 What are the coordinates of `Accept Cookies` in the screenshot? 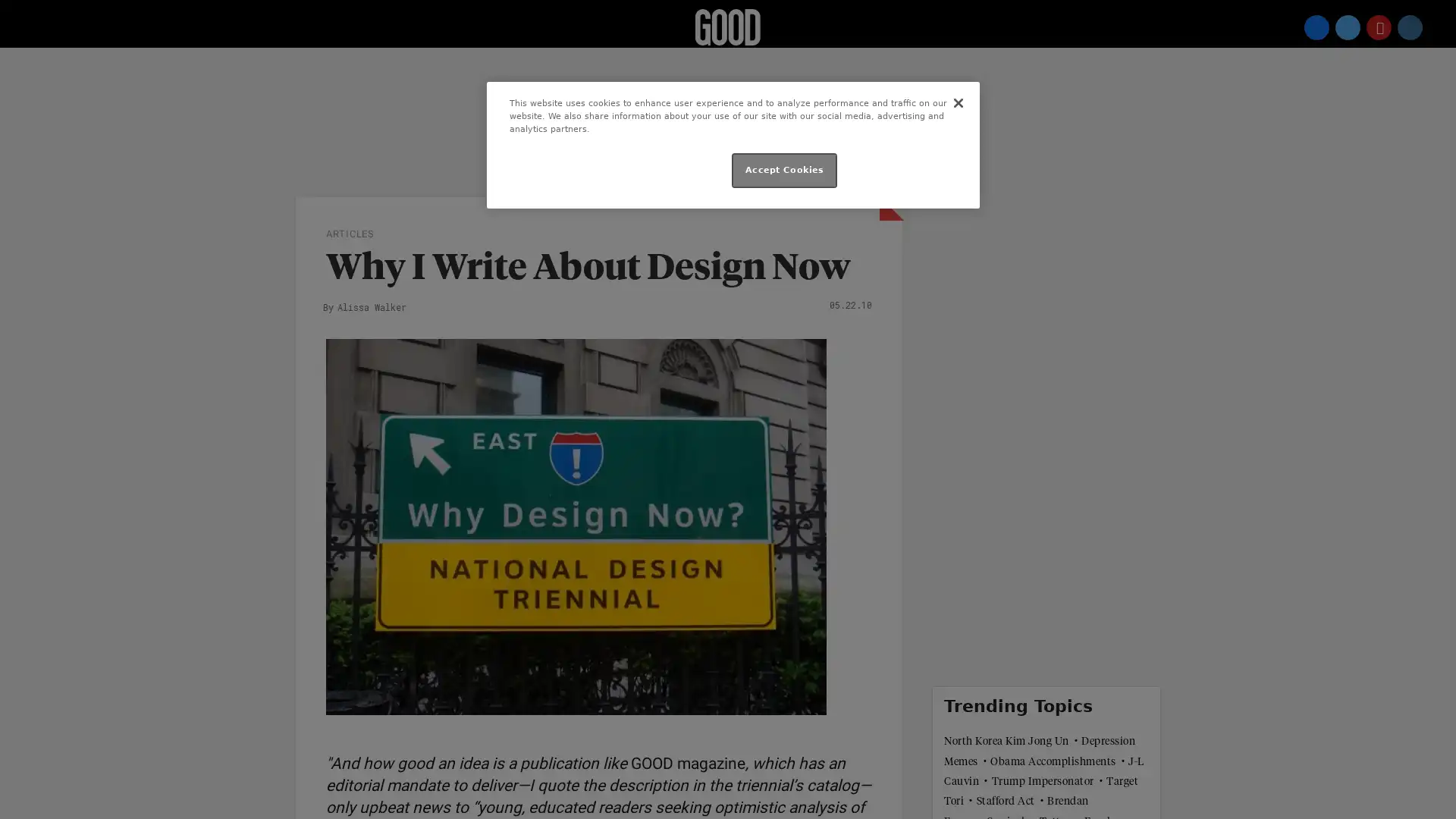 It's located at (784, 170).